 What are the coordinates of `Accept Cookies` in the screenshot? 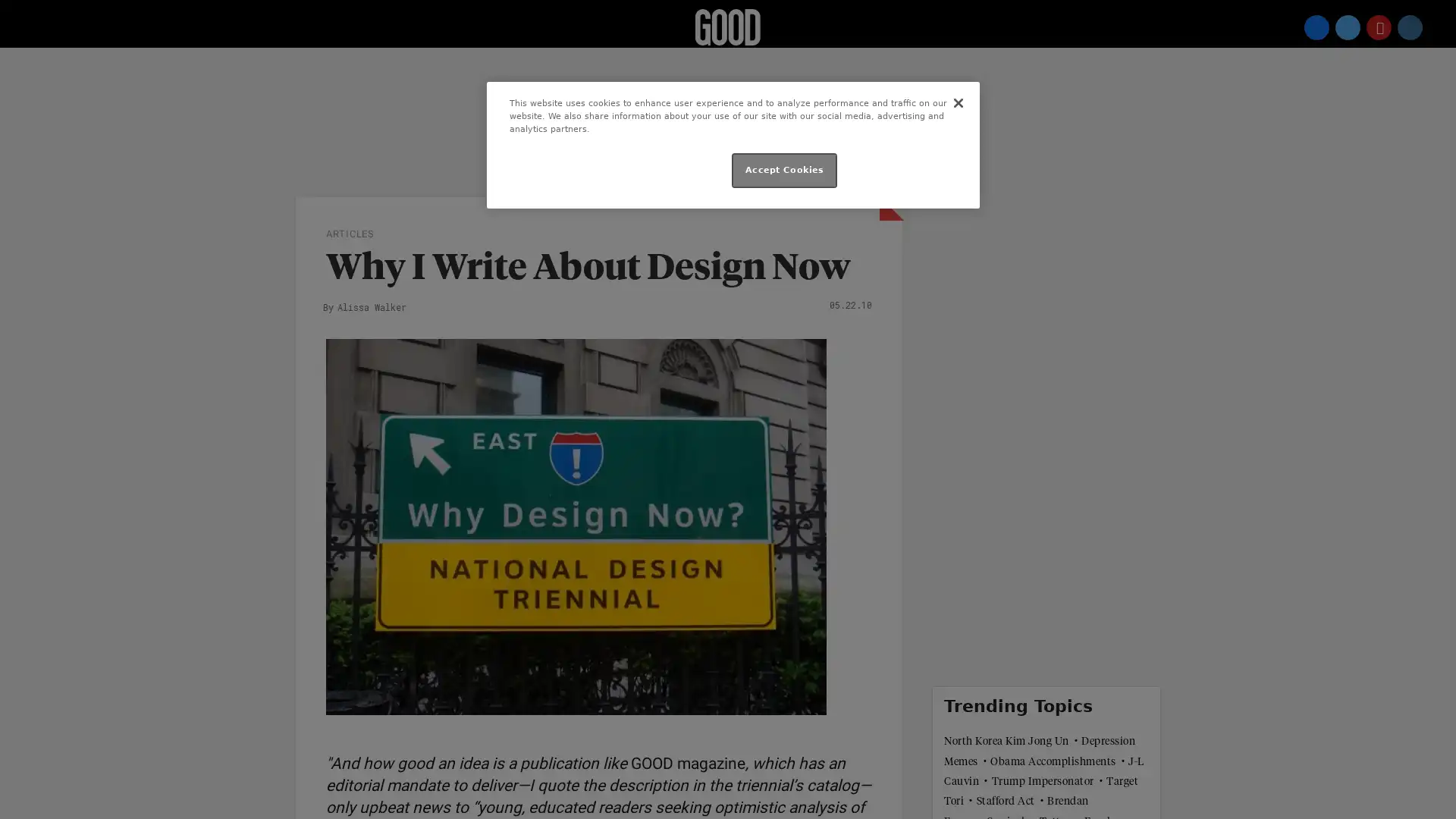 It's located at (784, 170).